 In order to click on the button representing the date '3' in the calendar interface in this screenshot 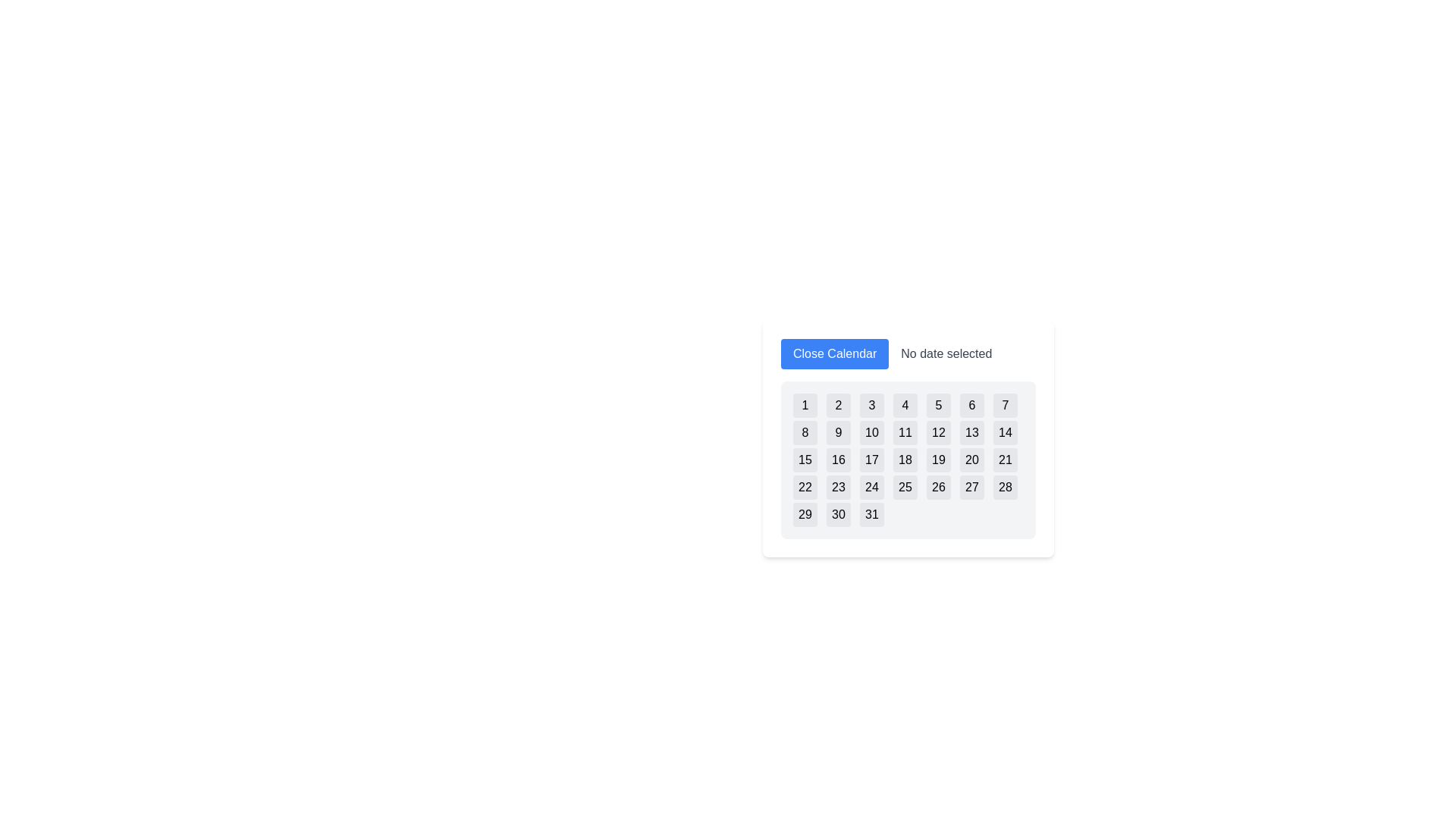, I will do `click(872, 405)`.